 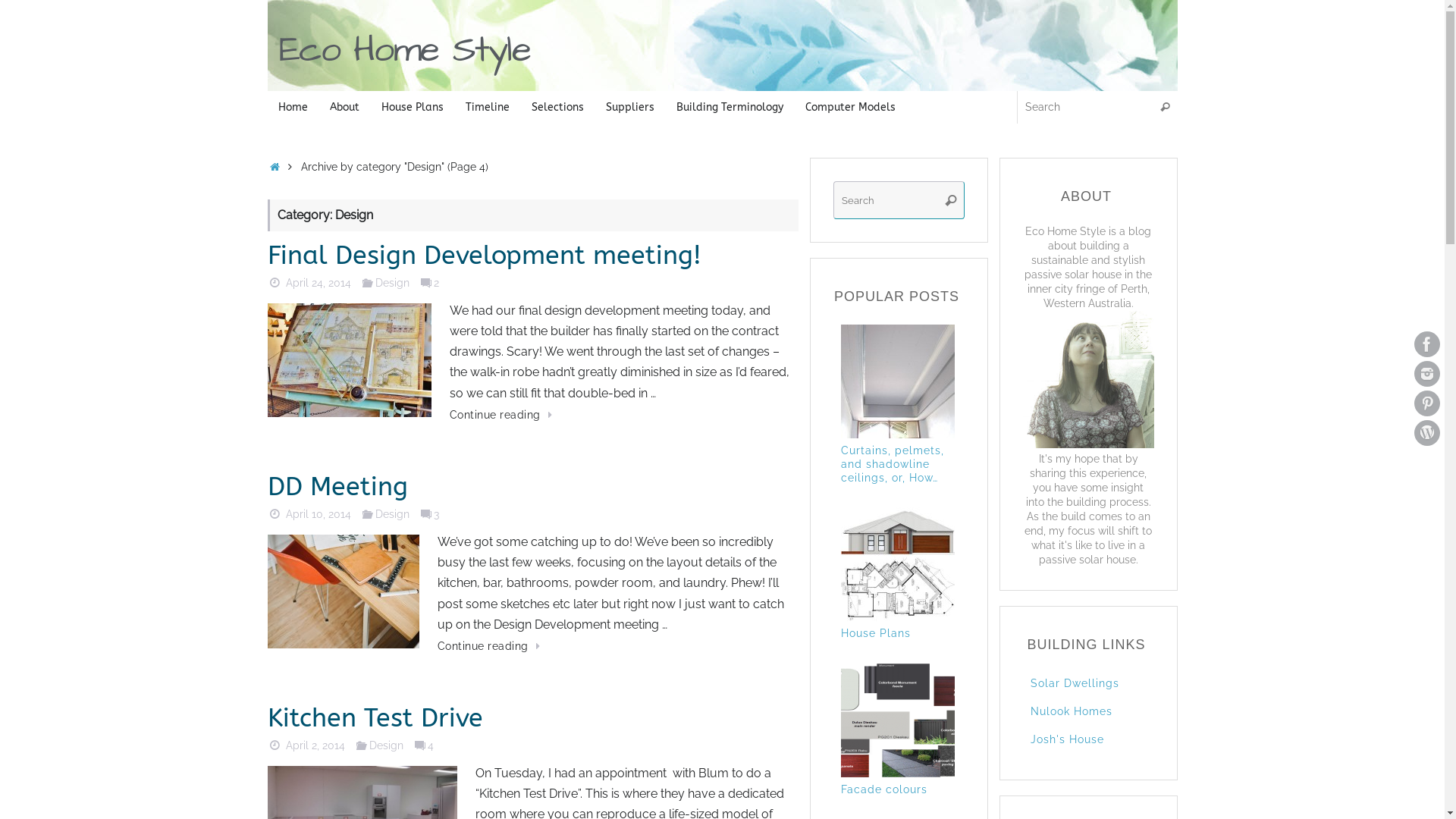 What do you see at coordinates (367, 513) in the screenshot?
I see `'Categories'` at bounding box center [367, 513].